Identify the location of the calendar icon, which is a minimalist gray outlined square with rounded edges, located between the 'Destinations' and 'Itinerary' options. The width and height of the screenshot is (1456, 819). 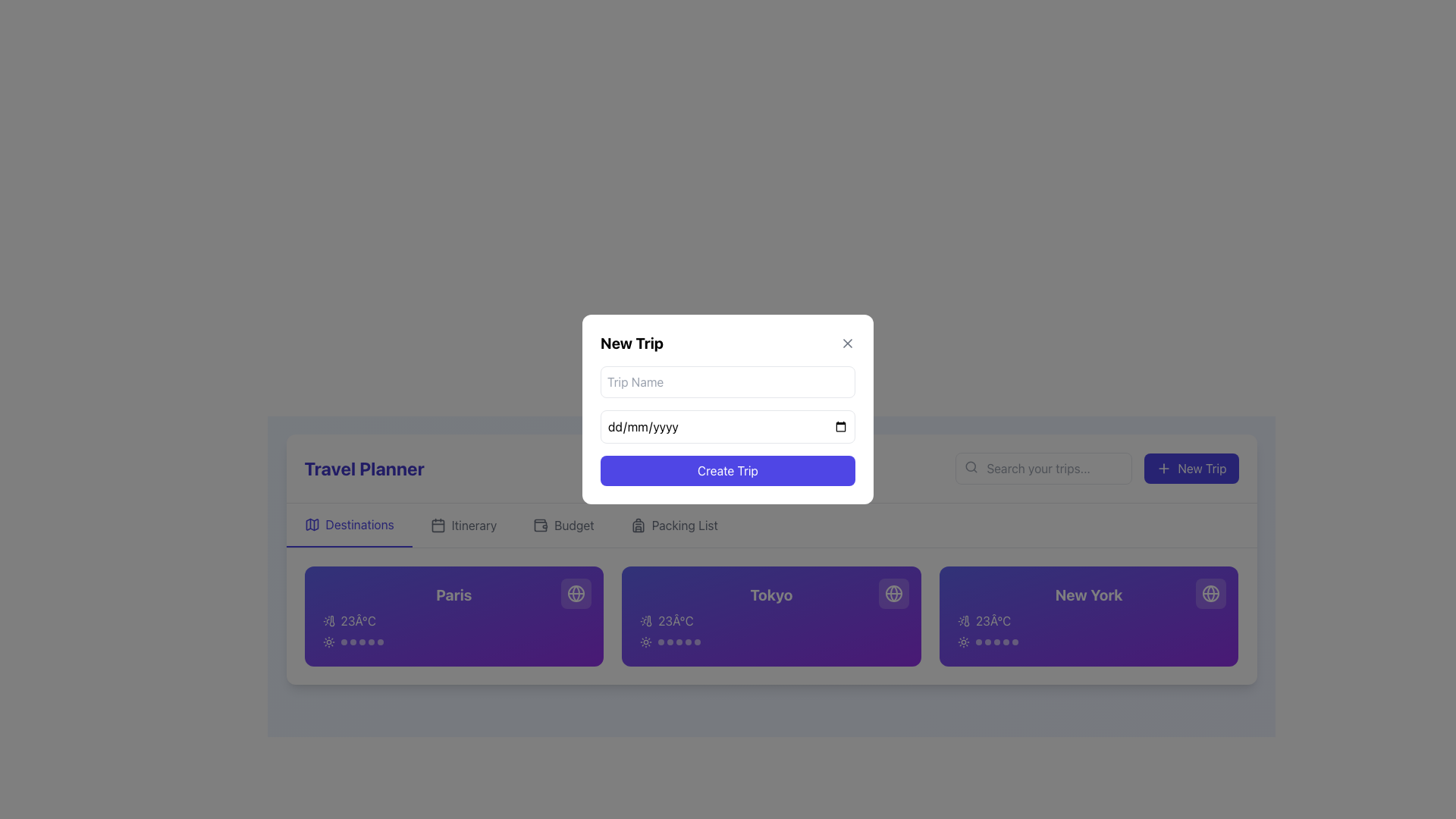
(437, 525).